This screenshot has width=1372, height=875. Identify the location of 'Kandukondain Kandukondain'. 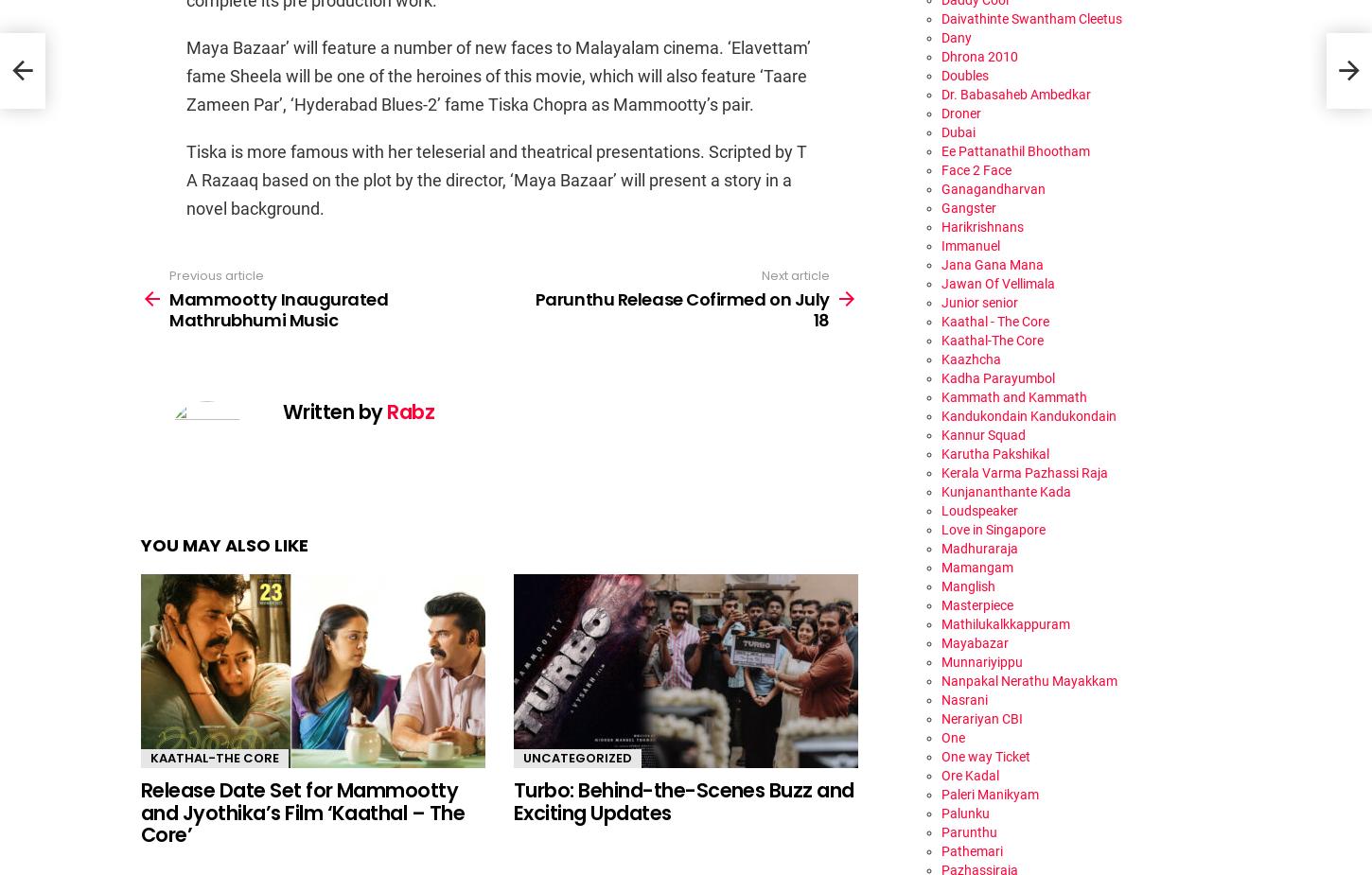
(941, 414).